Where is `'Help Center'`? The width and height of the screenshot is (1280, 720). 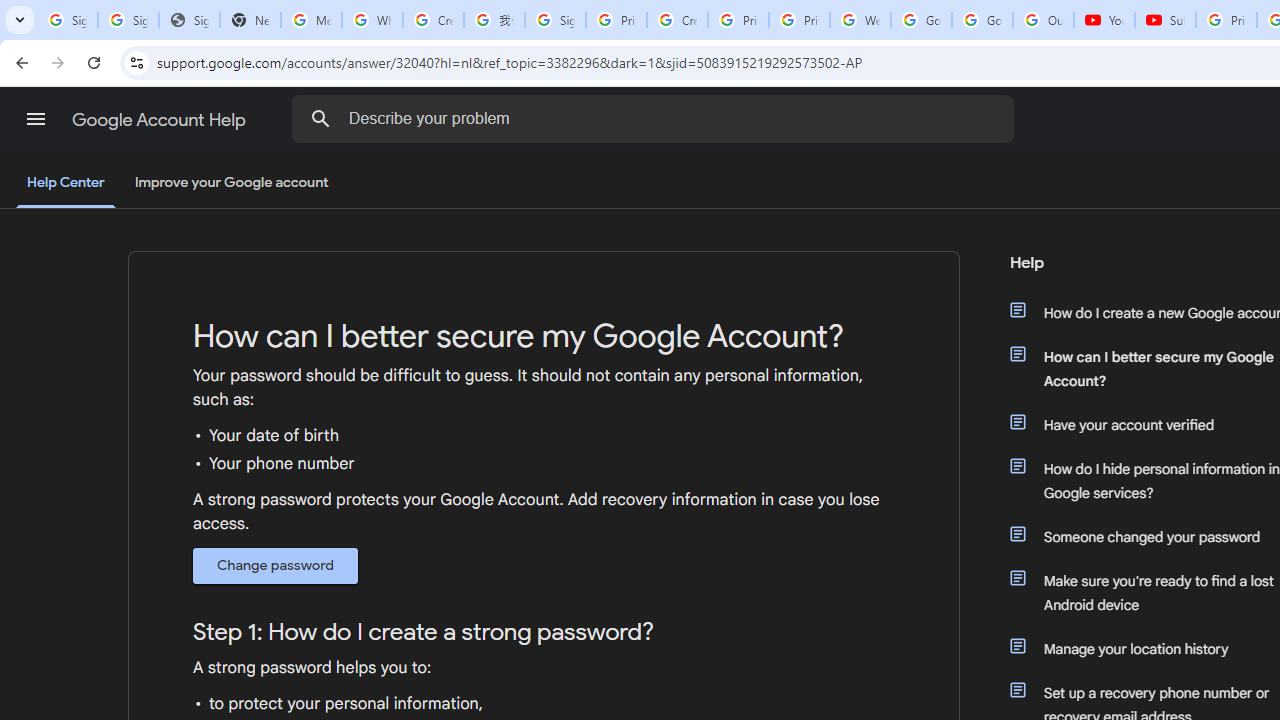
'Help Center' is located at coordinates (65, 183).